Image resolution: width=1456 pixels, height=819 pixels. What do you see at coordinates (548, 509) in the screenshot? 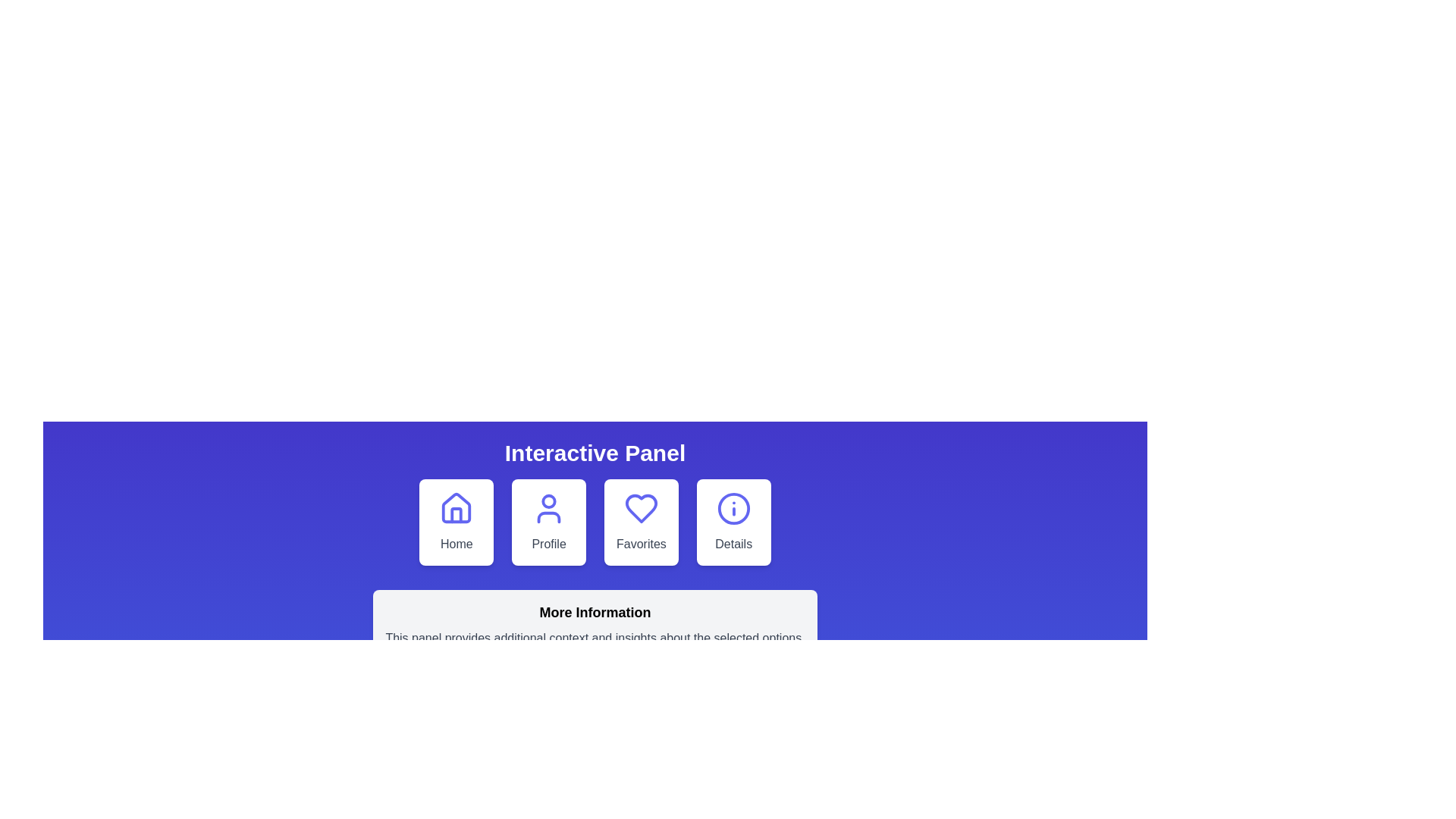
I see `the user profile icon located in the second card labeled 'Profile'` at bounding box center [548, 509].